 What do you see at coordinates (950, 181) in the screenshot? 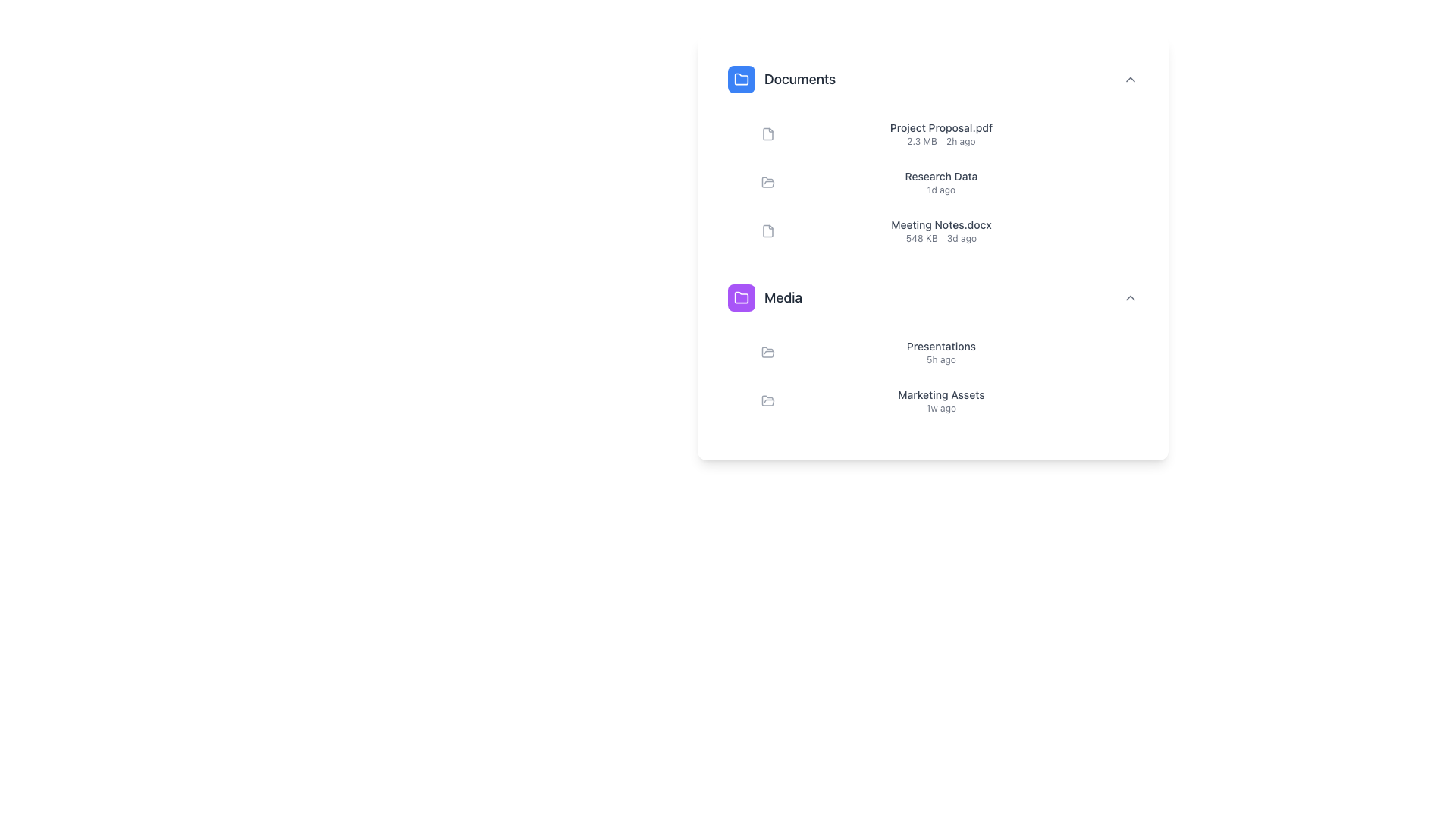
I see `the list item labeled 'Research Data'` at bounding box center [950, 181].